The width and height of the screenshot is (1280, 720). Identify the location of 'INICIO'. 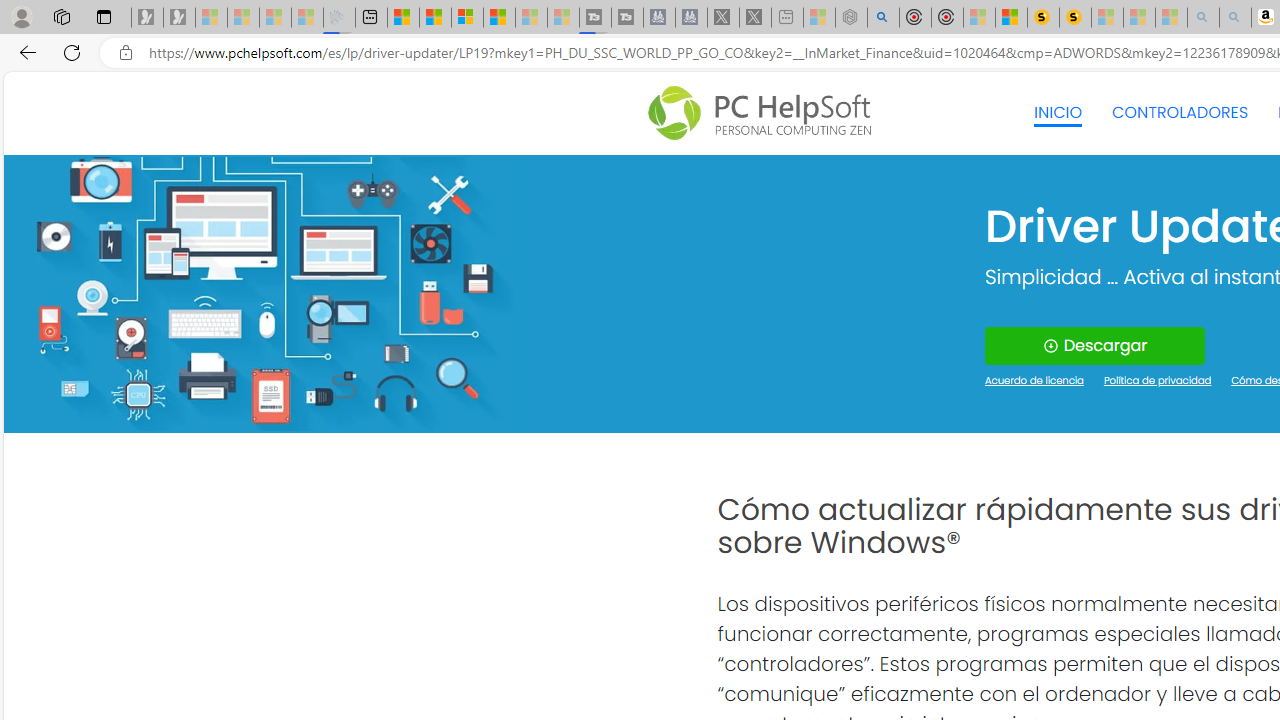
(1056, 113).